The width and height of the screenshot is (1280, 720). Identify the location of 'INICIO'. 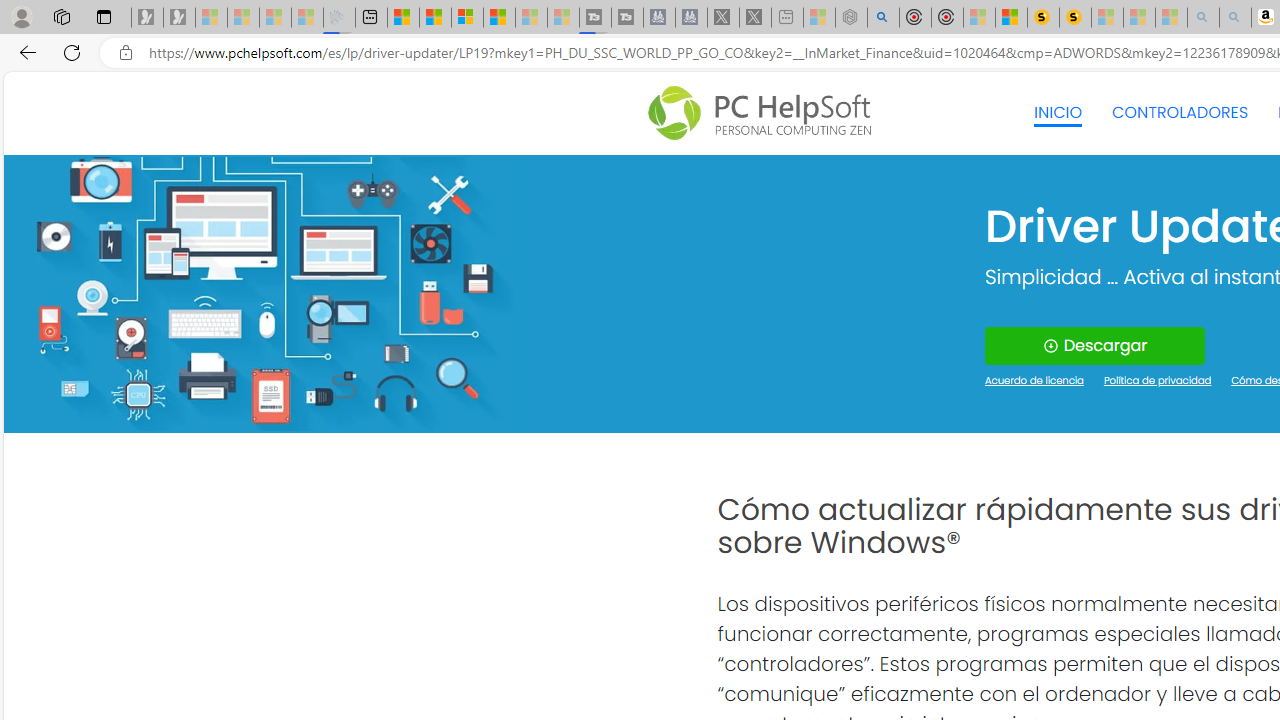
(1056, 113).